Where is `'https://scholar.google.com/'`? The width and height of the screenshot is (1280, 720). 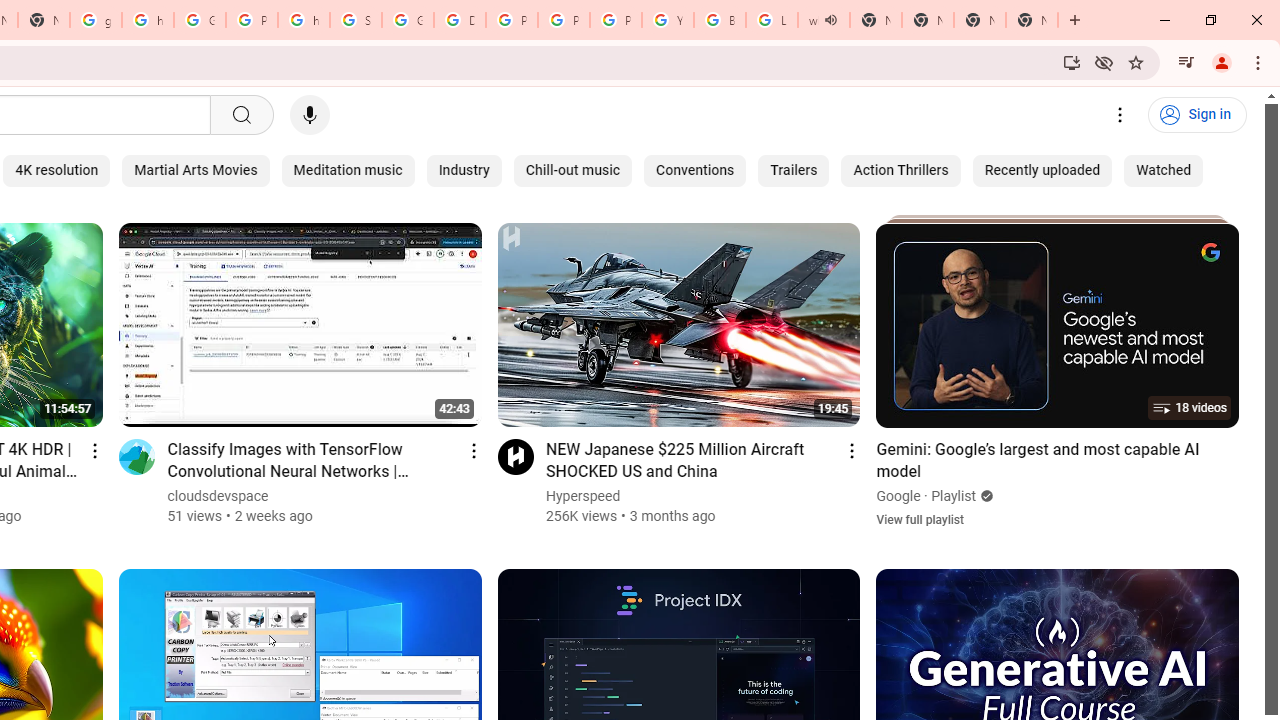 'https://scholar.google.com/' is located at coordinates (146, 20).